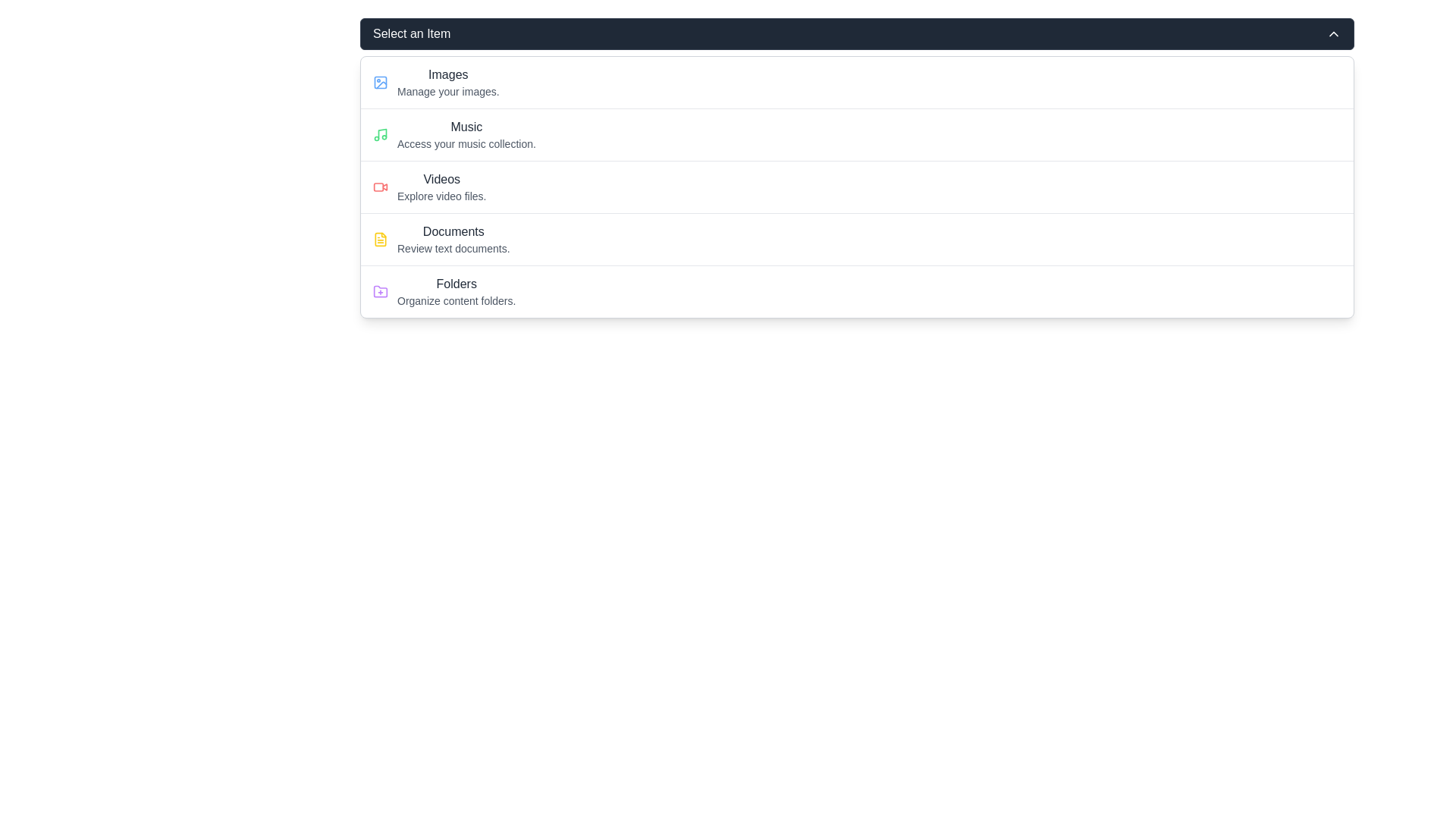 This screenshot has width=1456, height=819. I want to click on the folder-shaped icon with a light purple outline and a plus sign, located in the bottom-most entry of the 'Folders' row in the left icon section, so click(381, 291).